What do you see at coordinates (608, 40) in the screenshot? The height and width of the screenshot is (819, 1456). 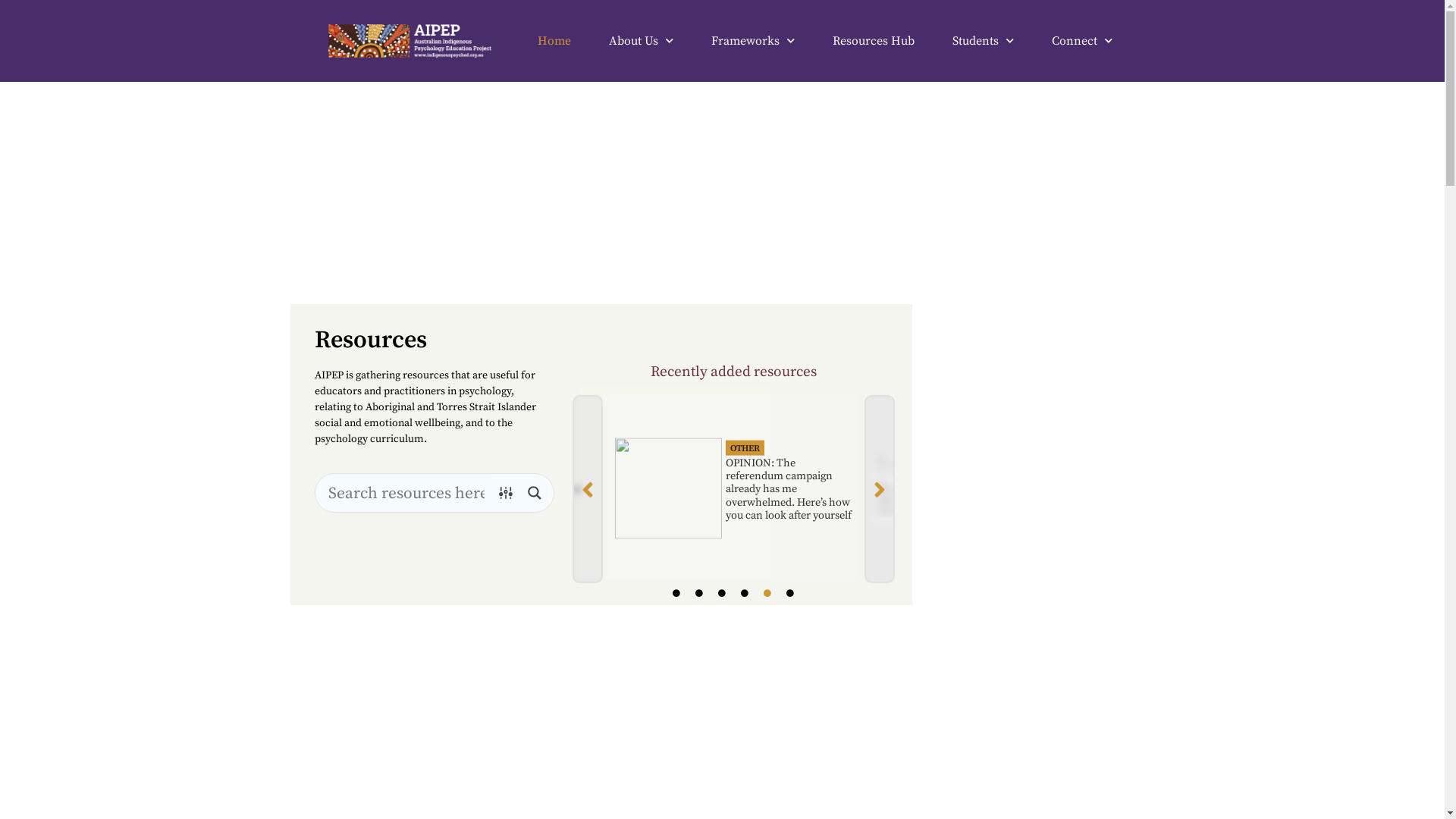 I see `'About Us'` at bounding box center [608, 40].